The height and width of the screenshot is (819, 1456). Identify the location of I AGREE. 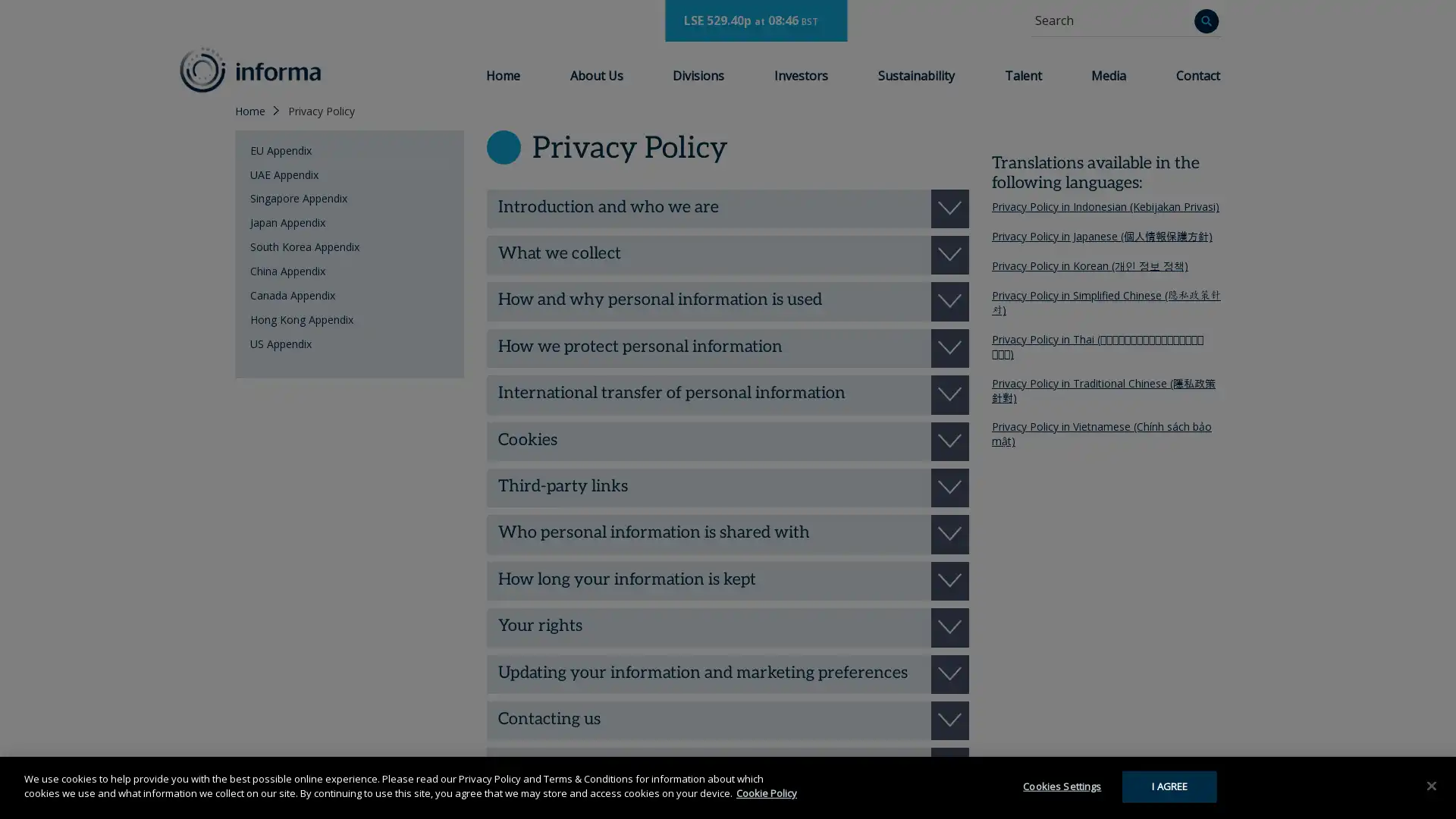
(1169, 786).